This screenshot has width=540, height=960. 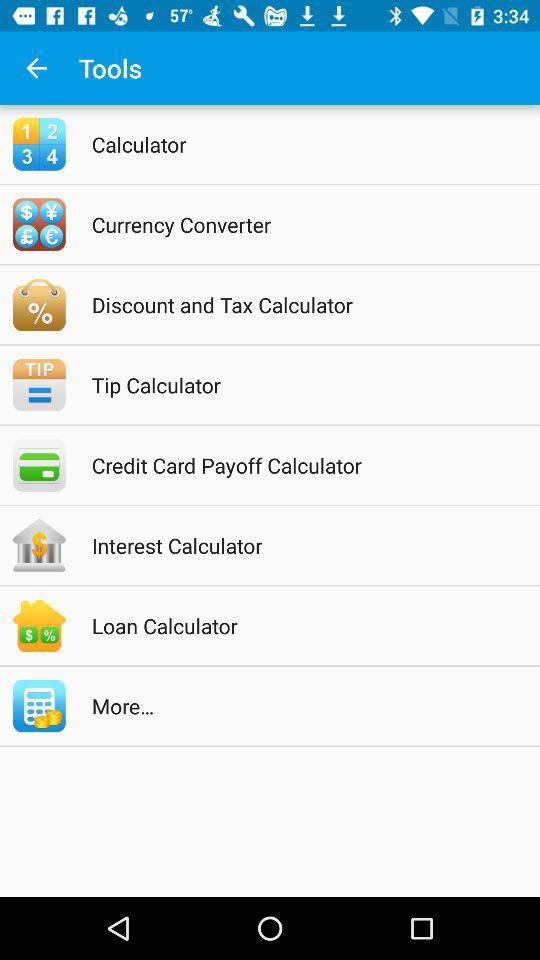 I want to click on the icon which is left to the tip calculator, so click(x=39, y=383).